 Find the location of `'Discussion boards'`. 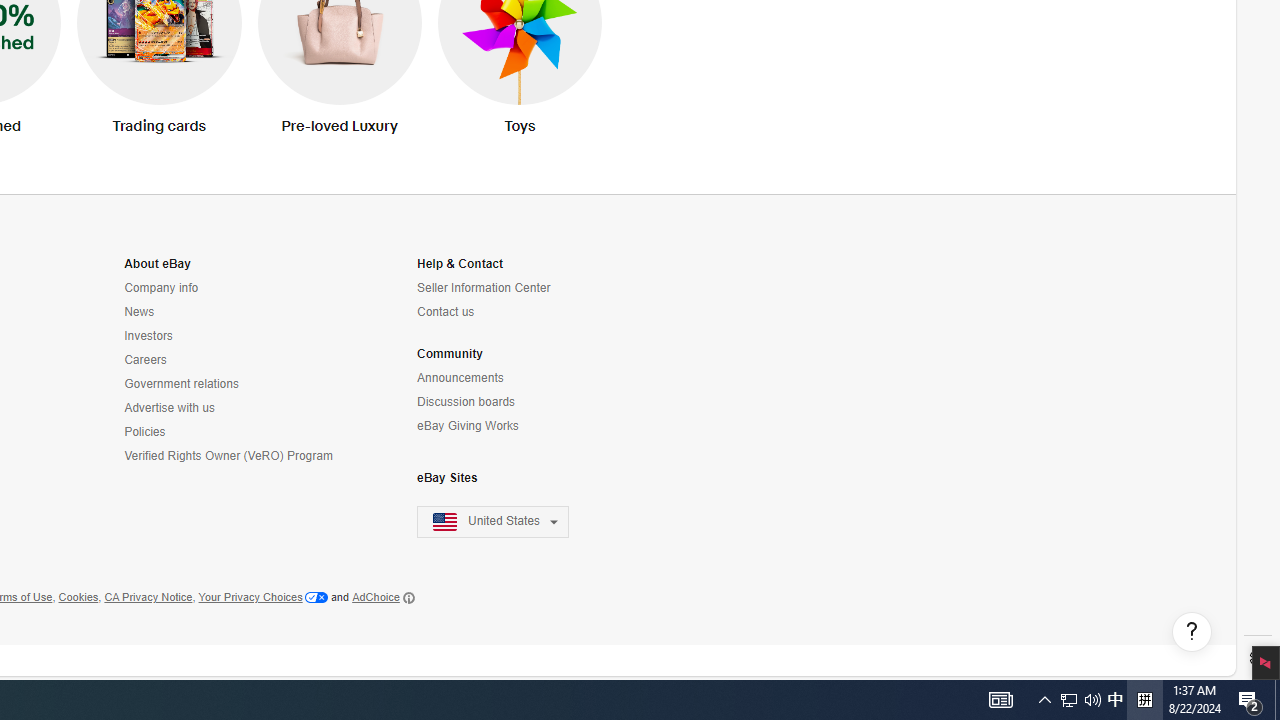

'Discussion boards' is located at coordinates (505, 402).